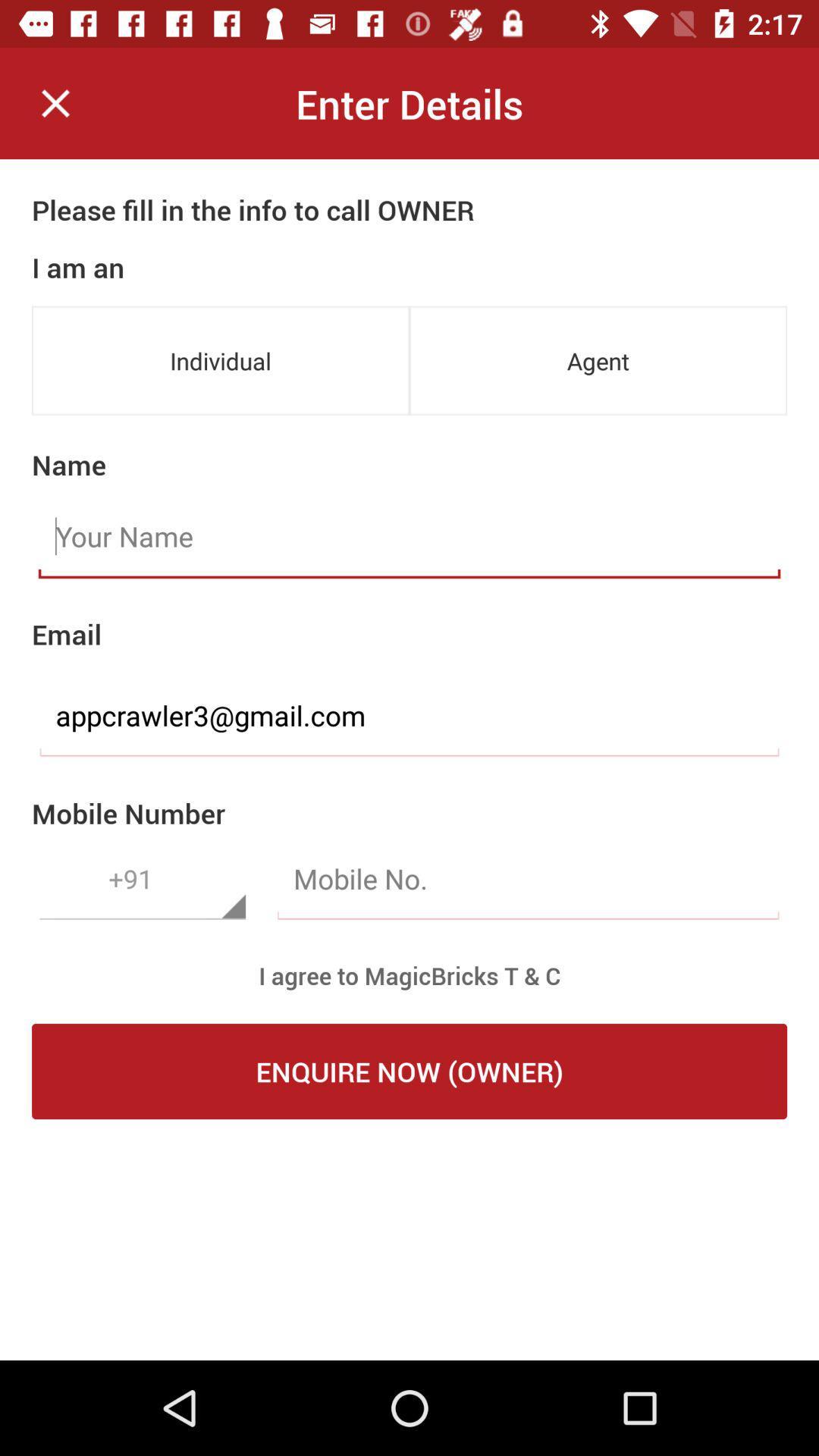 The image size is (819, 1456). What do you see at coordinates (409, 1070) in the screenshot?
I see `the item below the i agree to` at bounding box center [409, 1070].